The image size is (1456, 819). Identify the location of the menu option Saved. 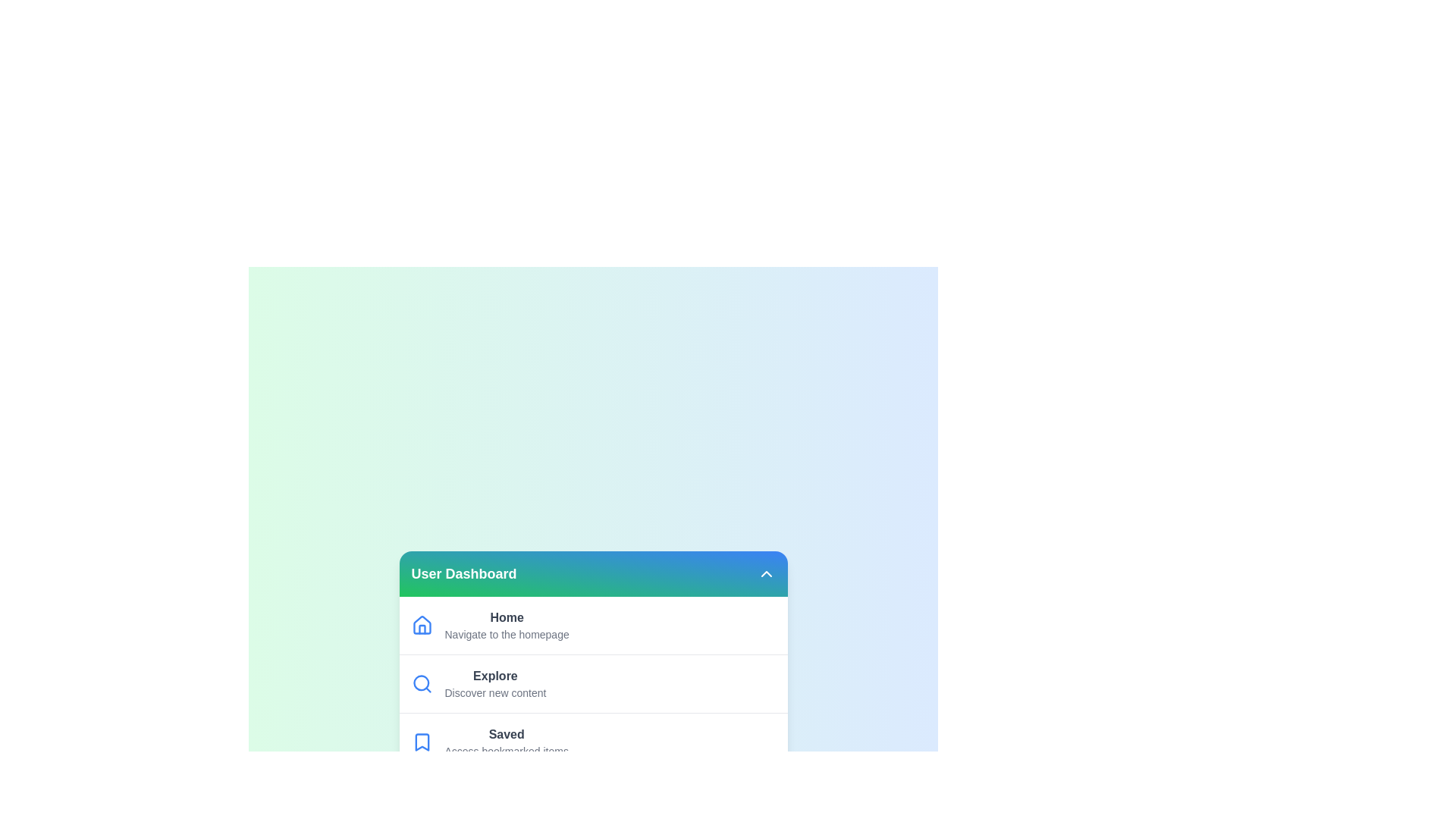
(592, 741).